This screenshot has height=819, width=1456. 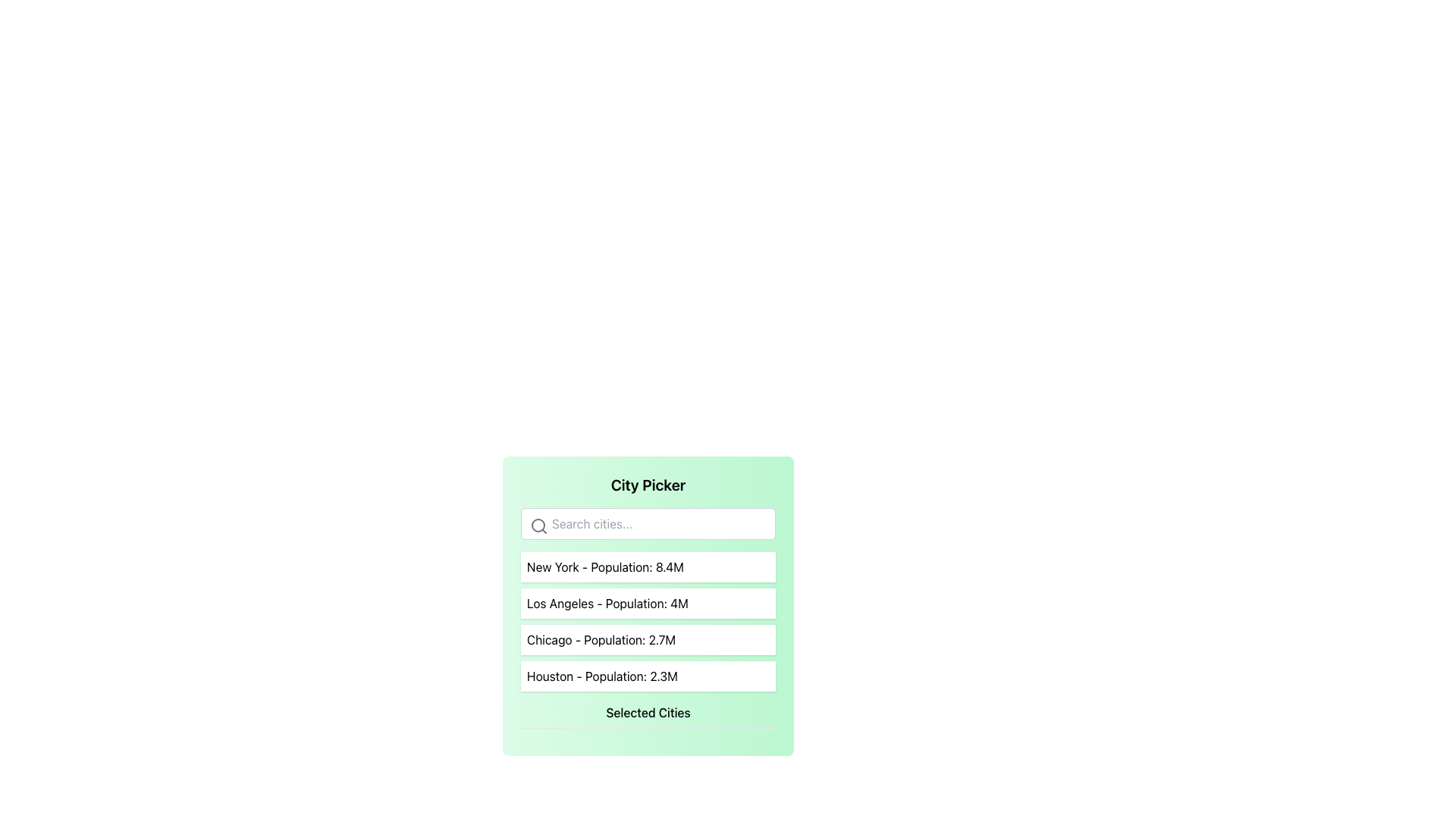 I want to click on the label displaying 'Houston - Population: 2.3M' in the 'City Picker' interface, which is the fourth item in a vertical list, so click(x=601, y=675).